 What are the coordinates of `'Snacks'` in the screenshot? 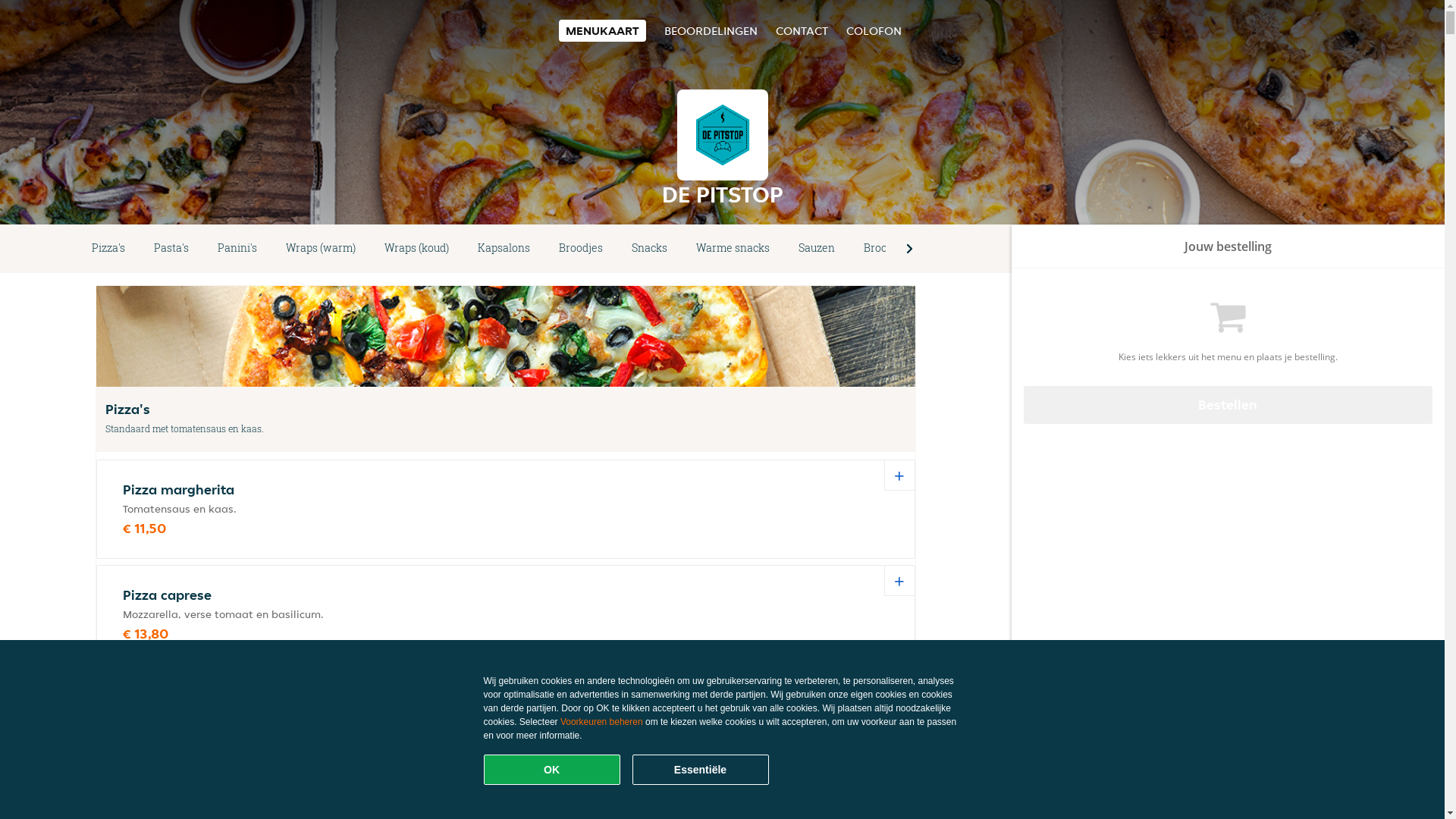 It's located at (649, 247).